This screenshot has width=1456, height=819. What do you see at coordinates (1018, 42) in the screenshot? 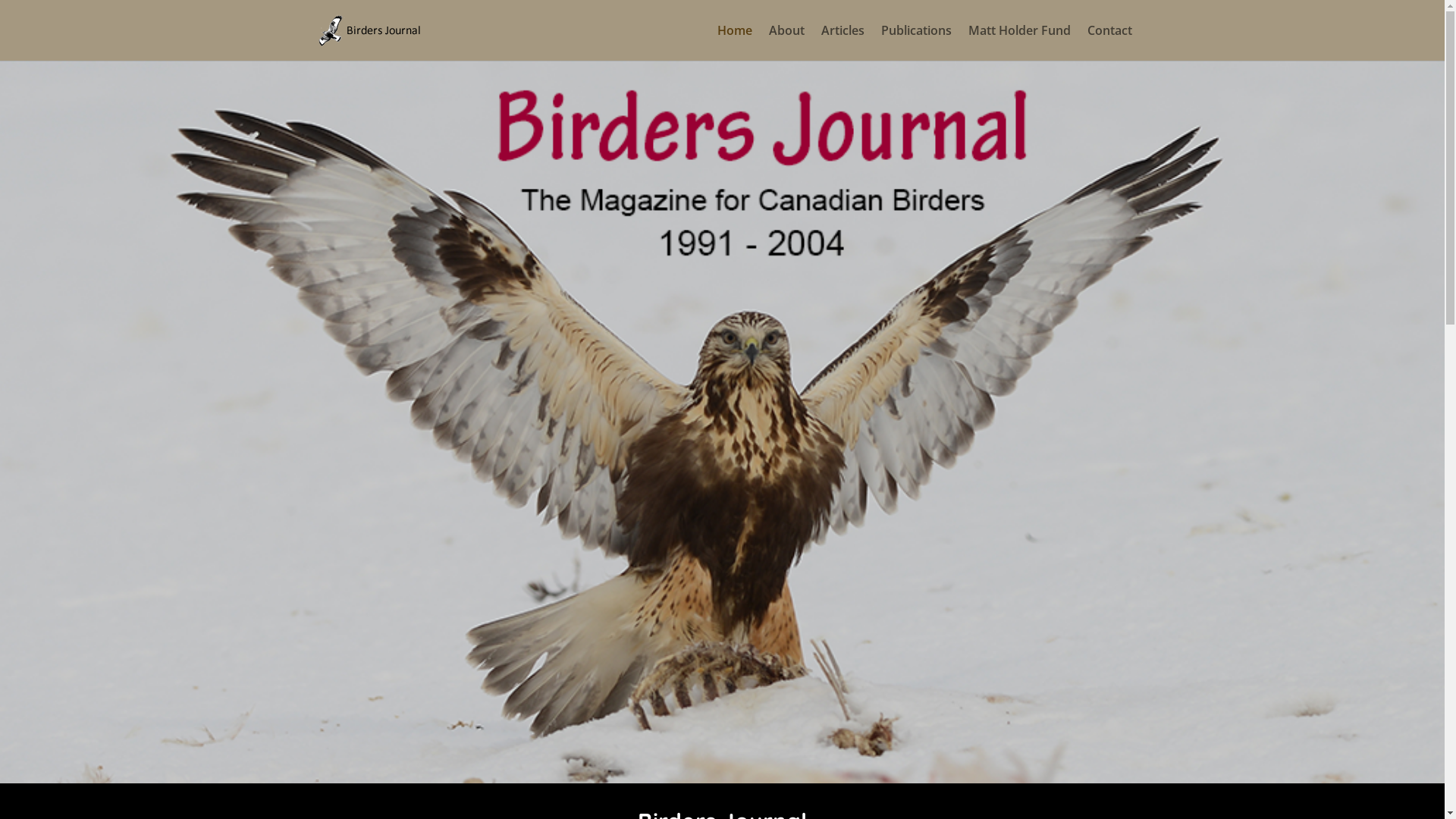
I see `'Matt Holder Fund'` at bounding box center [1018, 42].